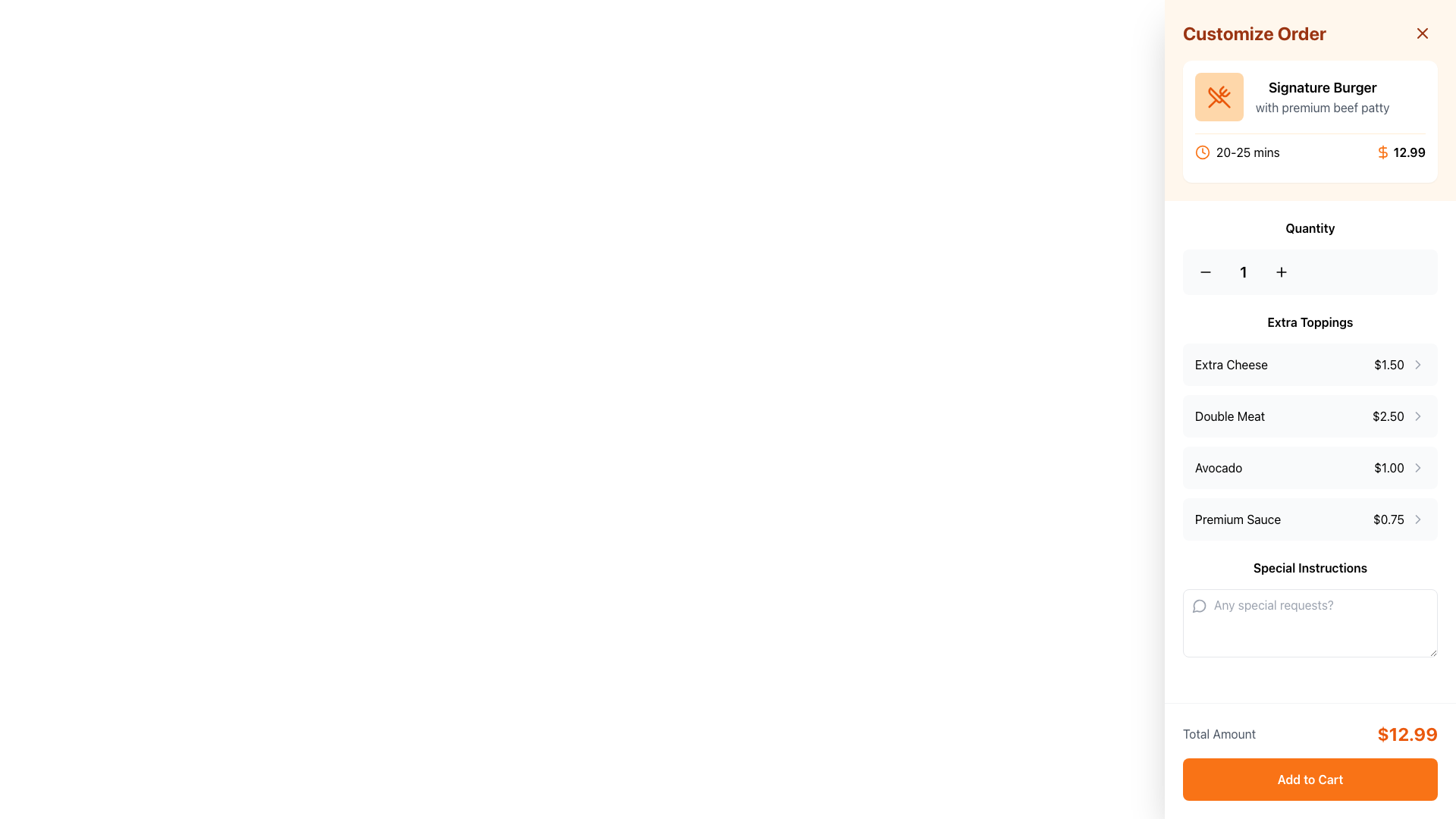 This screenshot has width=1456, height=819. What do you see at coordinates (1417, 416) in the screenshot?
I see `the right-facing chevron icon (>) in the 'Double Meat' row of the 'Extra Toppings' section` at bounding box center [1417, 416].